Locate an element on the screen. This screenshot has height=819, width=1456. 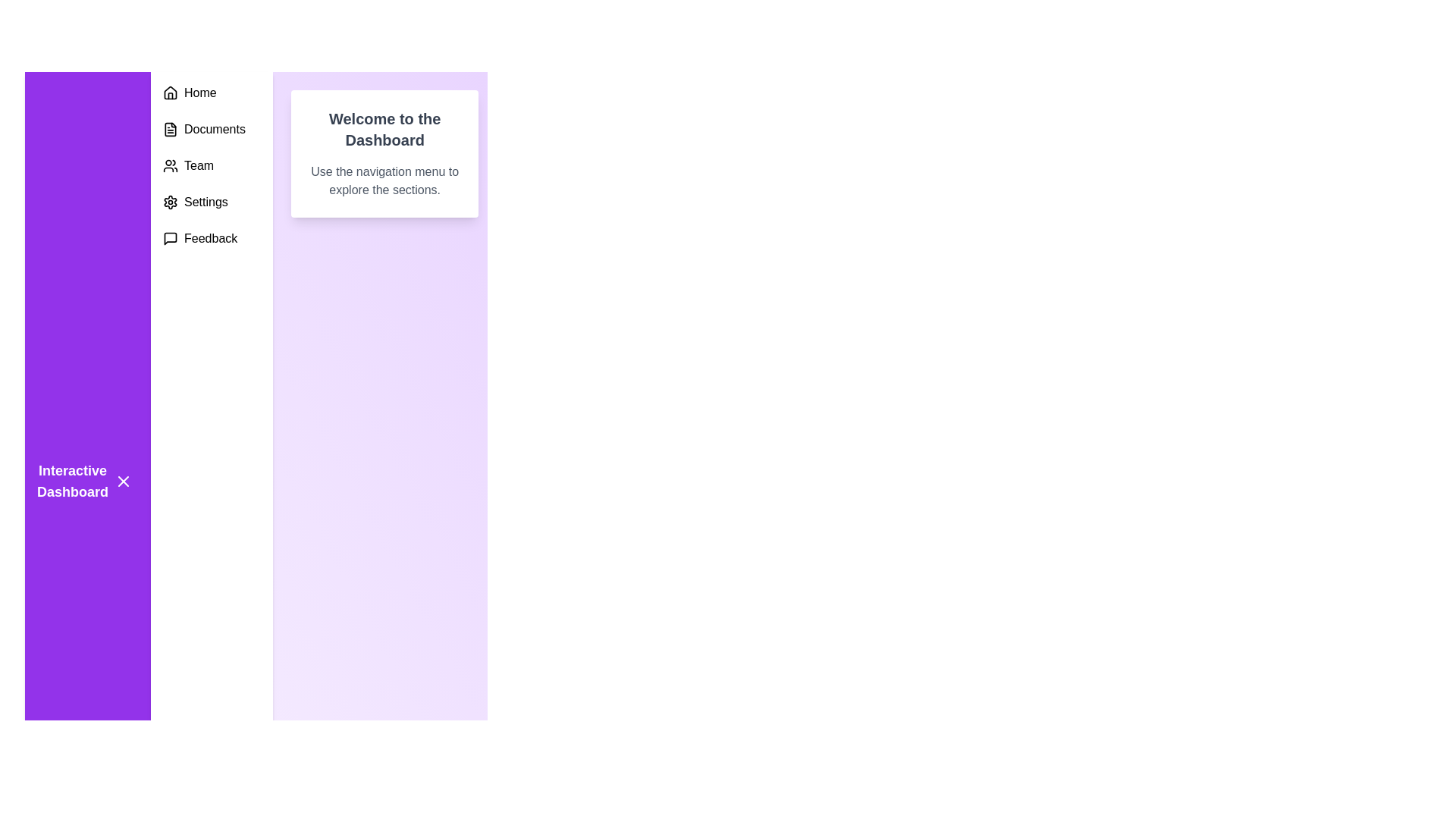
the house icon located at the top of the navigation list, which features a peaked roof and rectangular body, styled in black lines is located at coordinates (171, 93).